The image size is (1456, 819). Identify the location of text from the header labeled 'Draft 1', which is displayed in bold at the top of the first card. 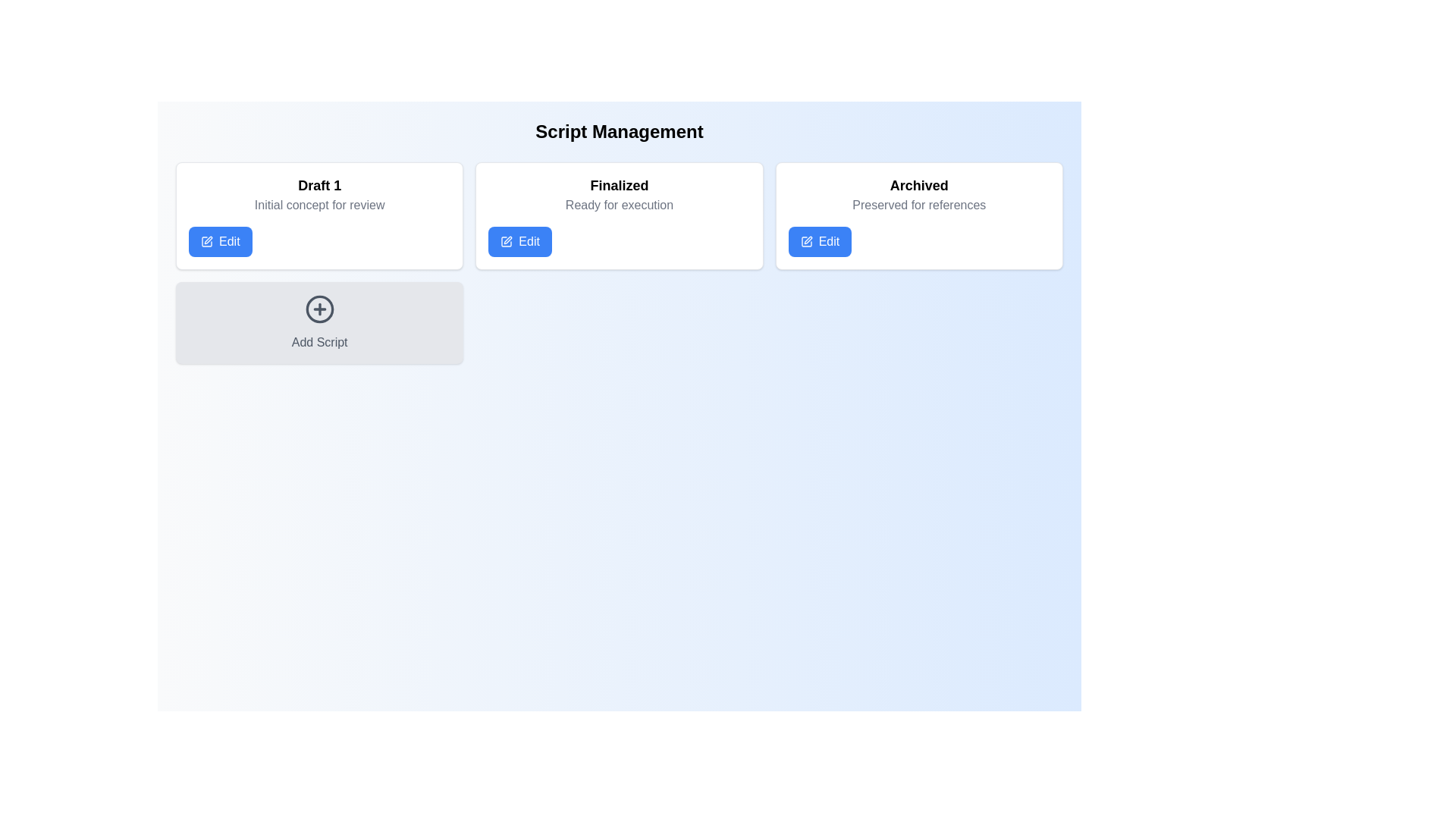
(318, 185).